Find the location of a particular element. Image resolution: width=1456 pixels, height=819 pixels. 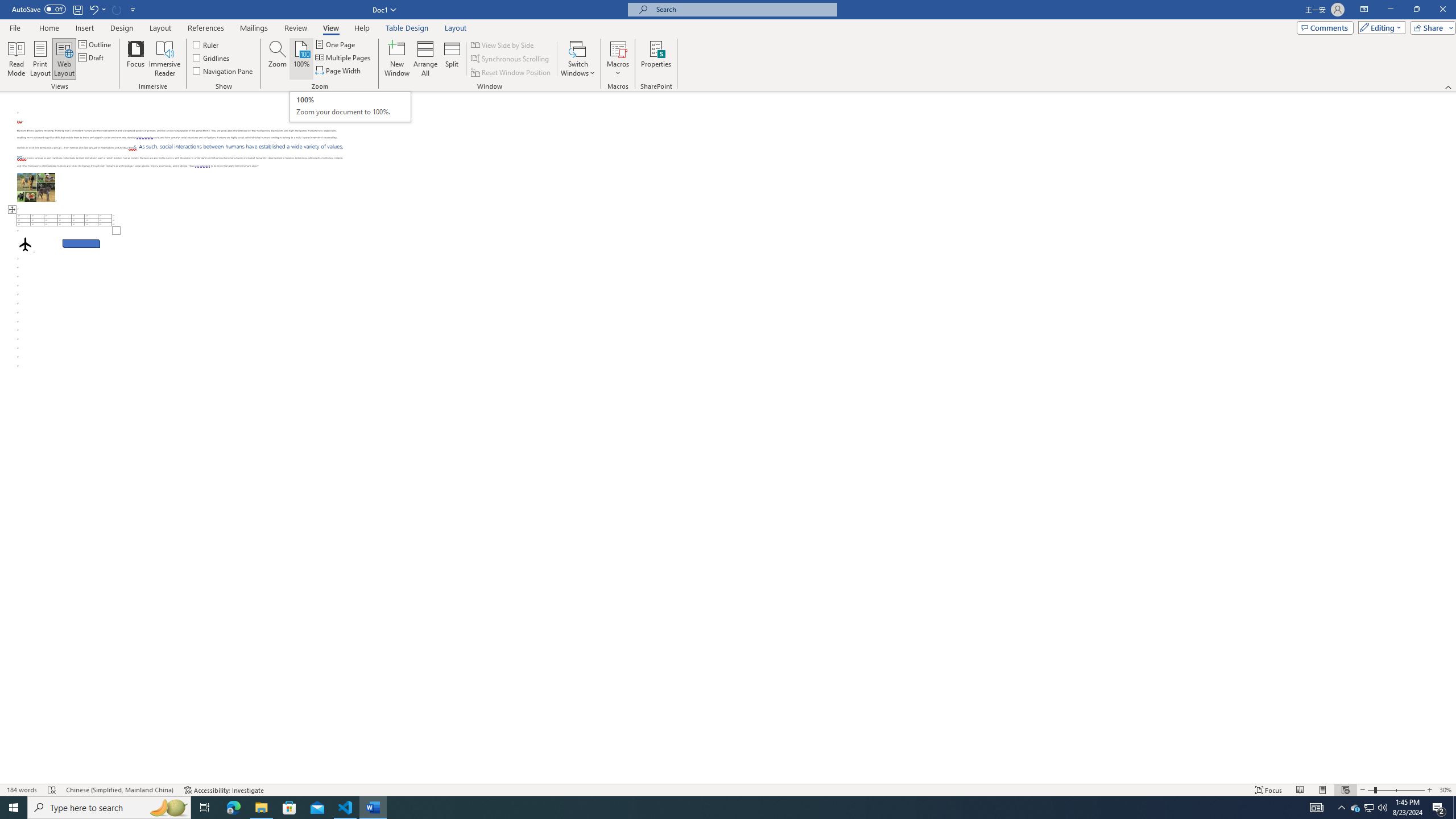

'Focus' is located at coordinates (136, 59).